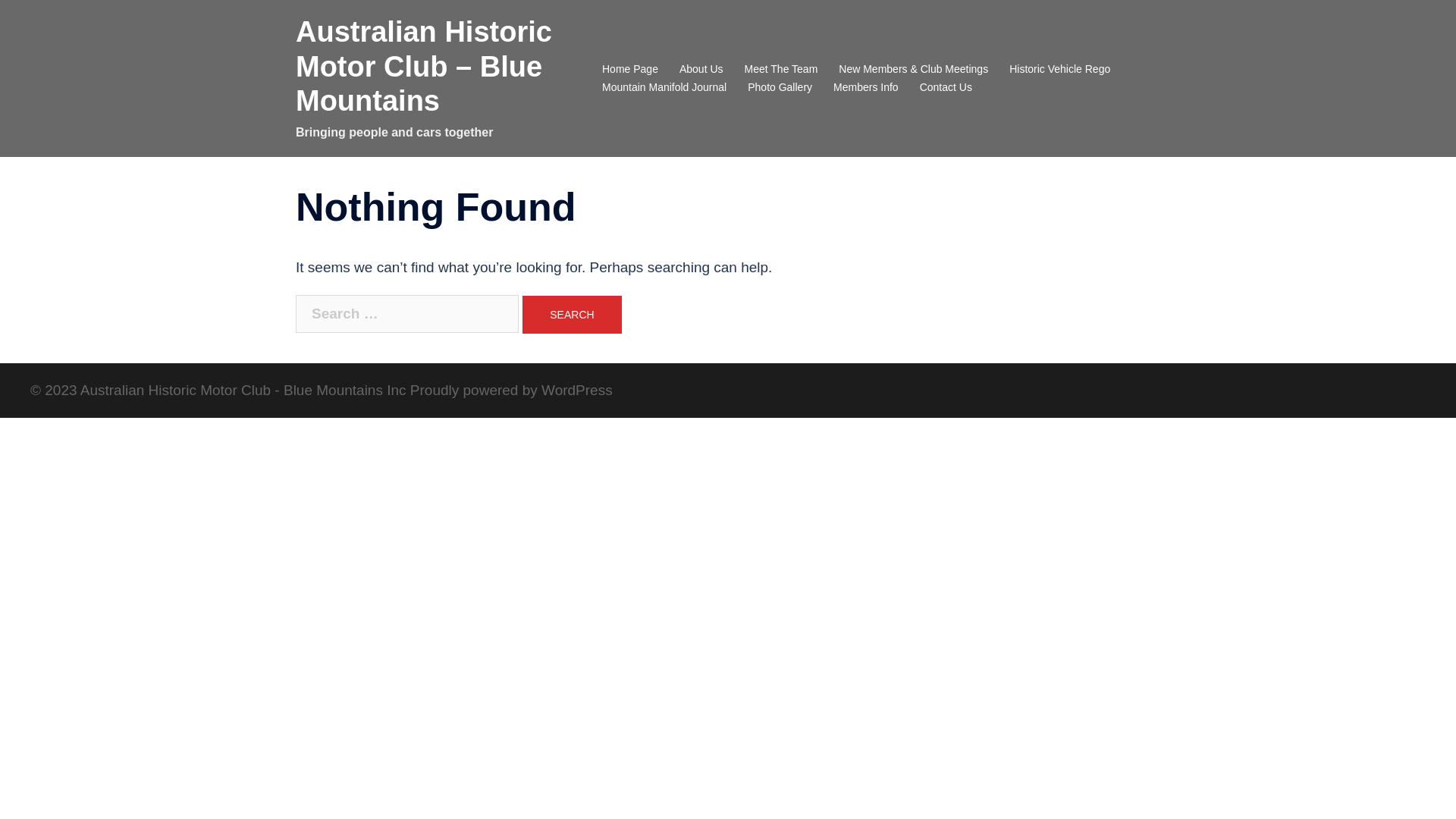 This screenshot has height=819, width=1456. I want to click on 'Photo Gallery', so click(780, 87).